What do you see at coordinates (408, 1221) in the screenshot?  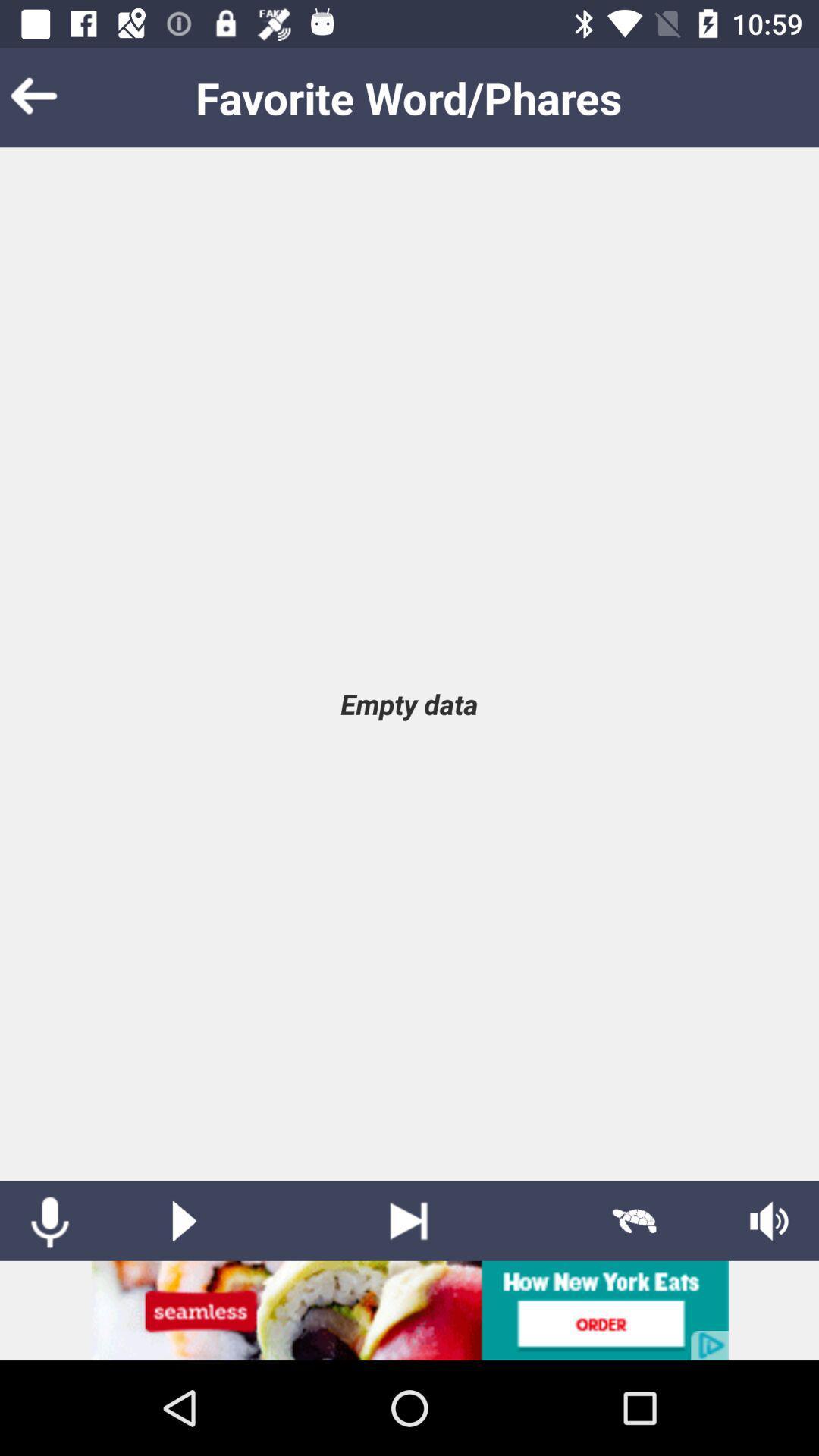 I see `go forward` at bounding box center [408, 1221].